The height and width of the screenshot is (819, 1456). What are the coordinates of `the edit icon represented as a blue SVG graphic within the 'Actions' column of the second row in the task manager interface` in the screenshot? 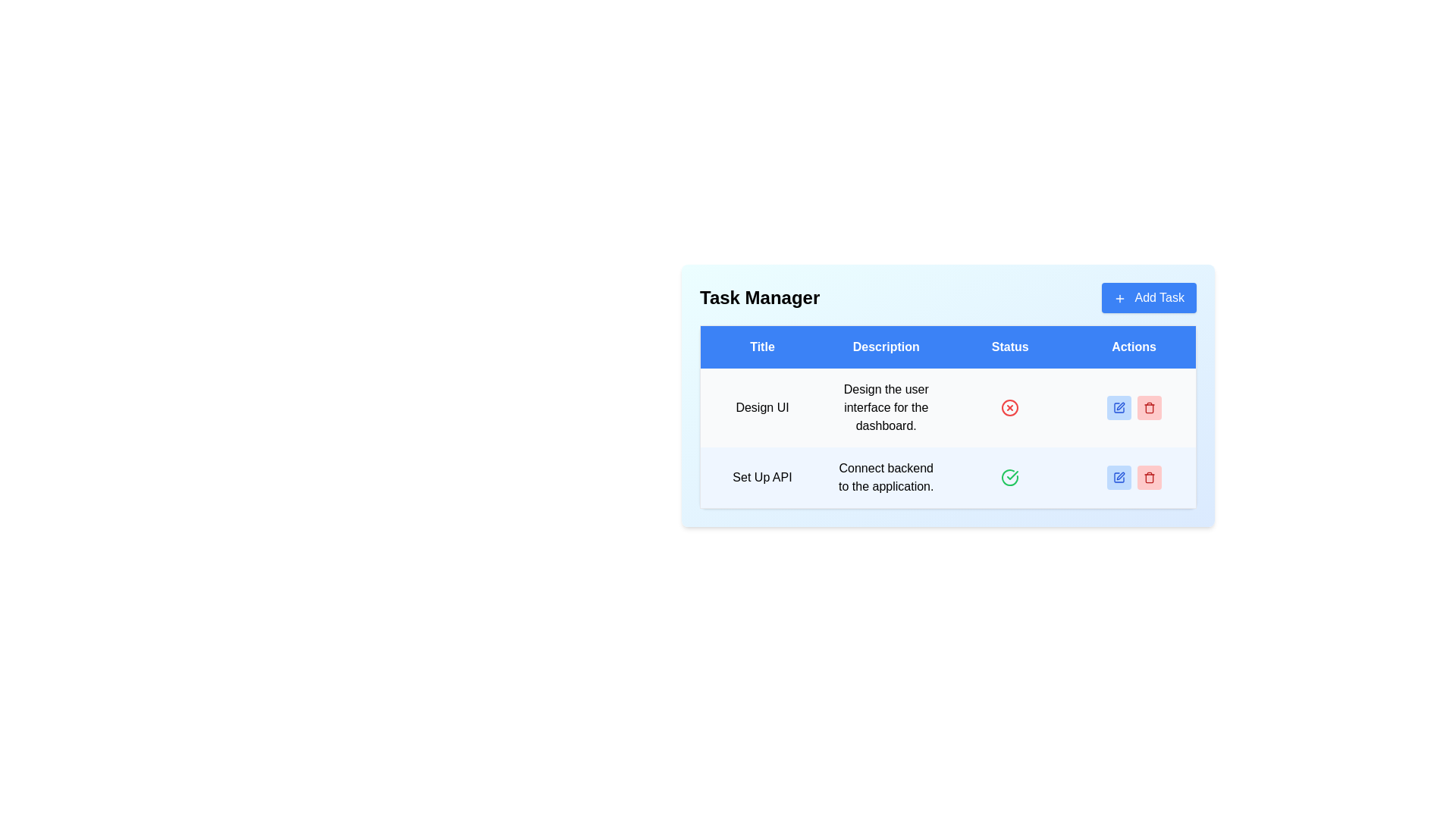 It's located at (1119, 406).